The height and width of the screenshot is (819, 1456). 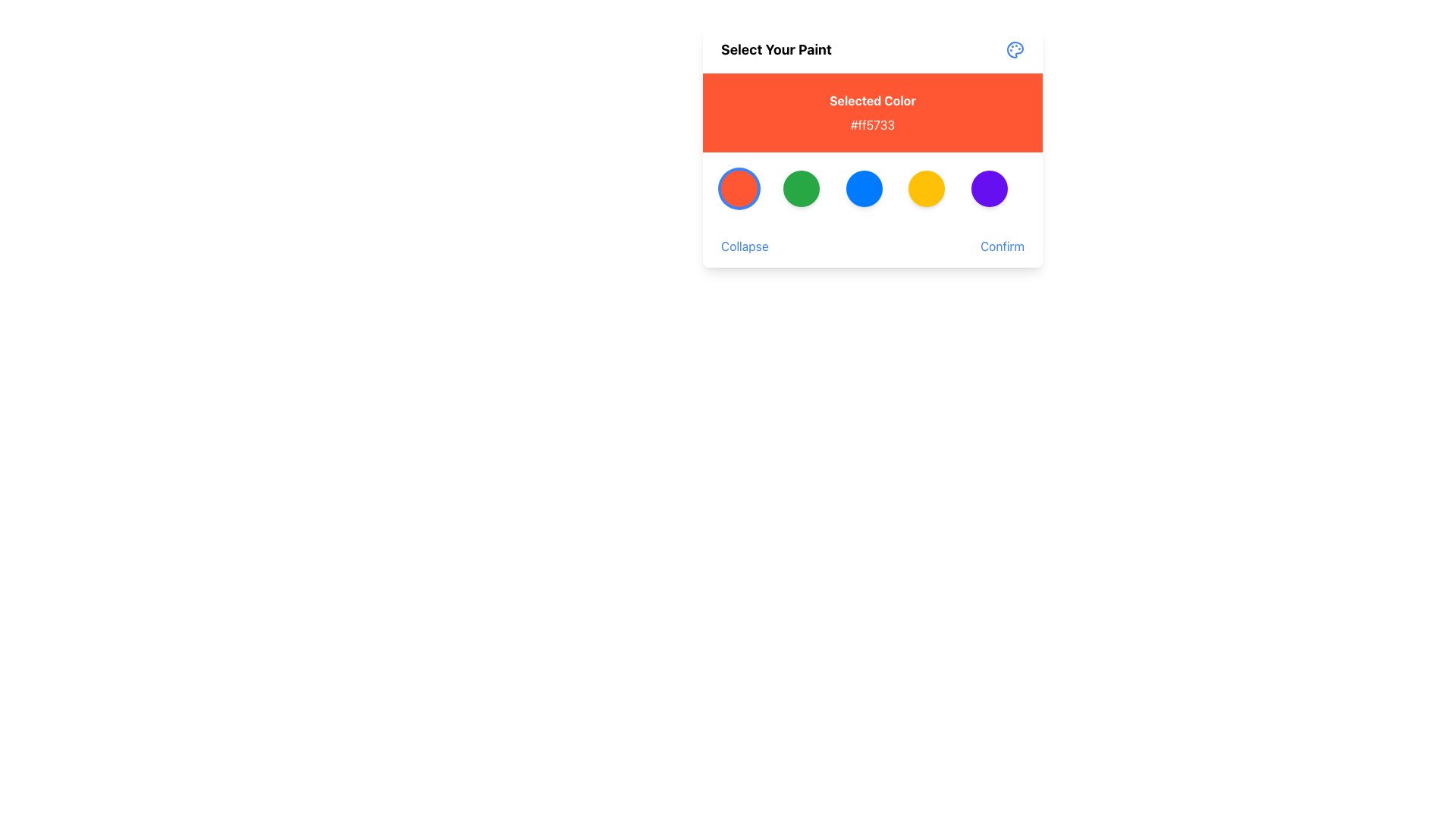 What do you see at coordinates (873, 124) in the screenshot?
I see `information displayed in the Text Display element showing '#ff5733', which is bold and centered on a bright red background, located below the 'Selected Color' label` at bounding box center [873, 124].